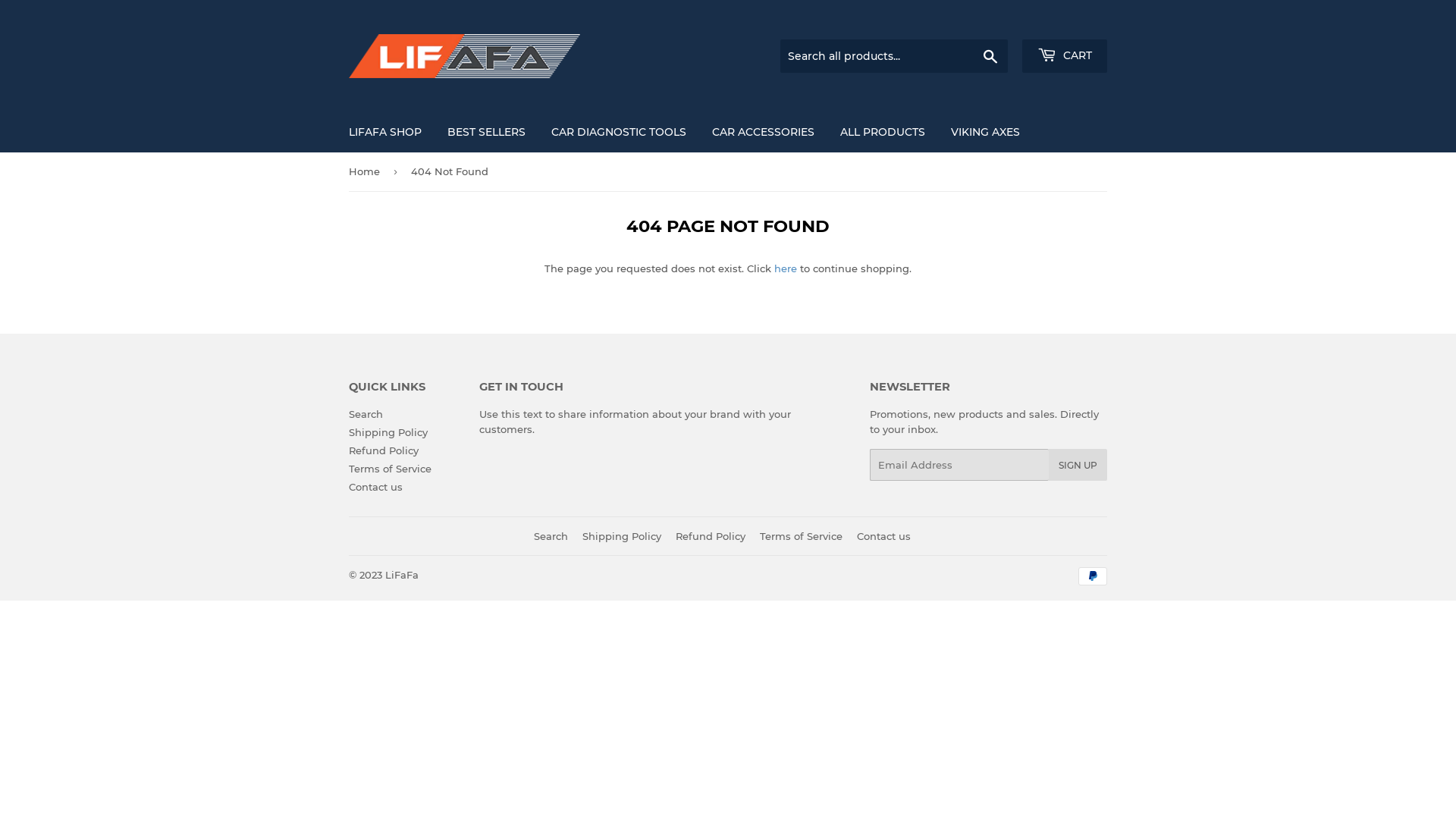  Describe the element at coordinates (800, 534) in the screenshot. I see `'Terms of Service'` at that location.